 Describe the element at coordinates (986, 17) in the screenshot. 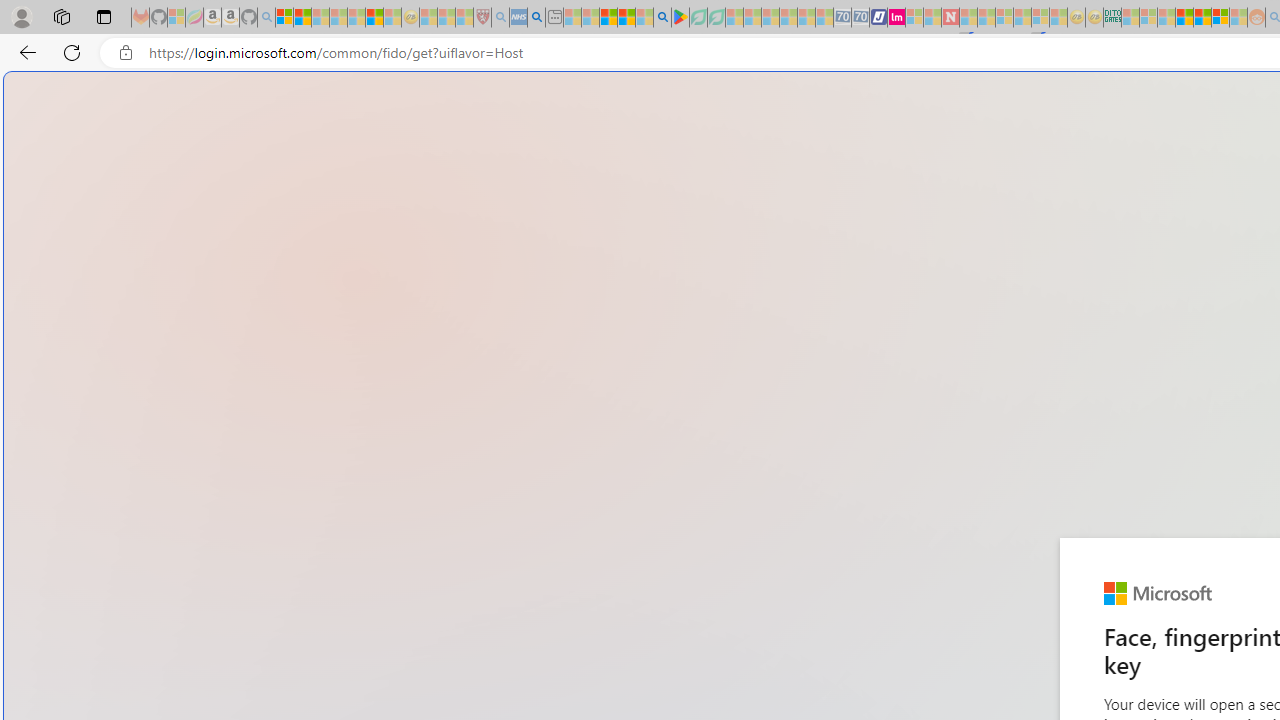

I see `'14 Common Myths Debunked By Scientific Facts - Sleeping'` at that location.